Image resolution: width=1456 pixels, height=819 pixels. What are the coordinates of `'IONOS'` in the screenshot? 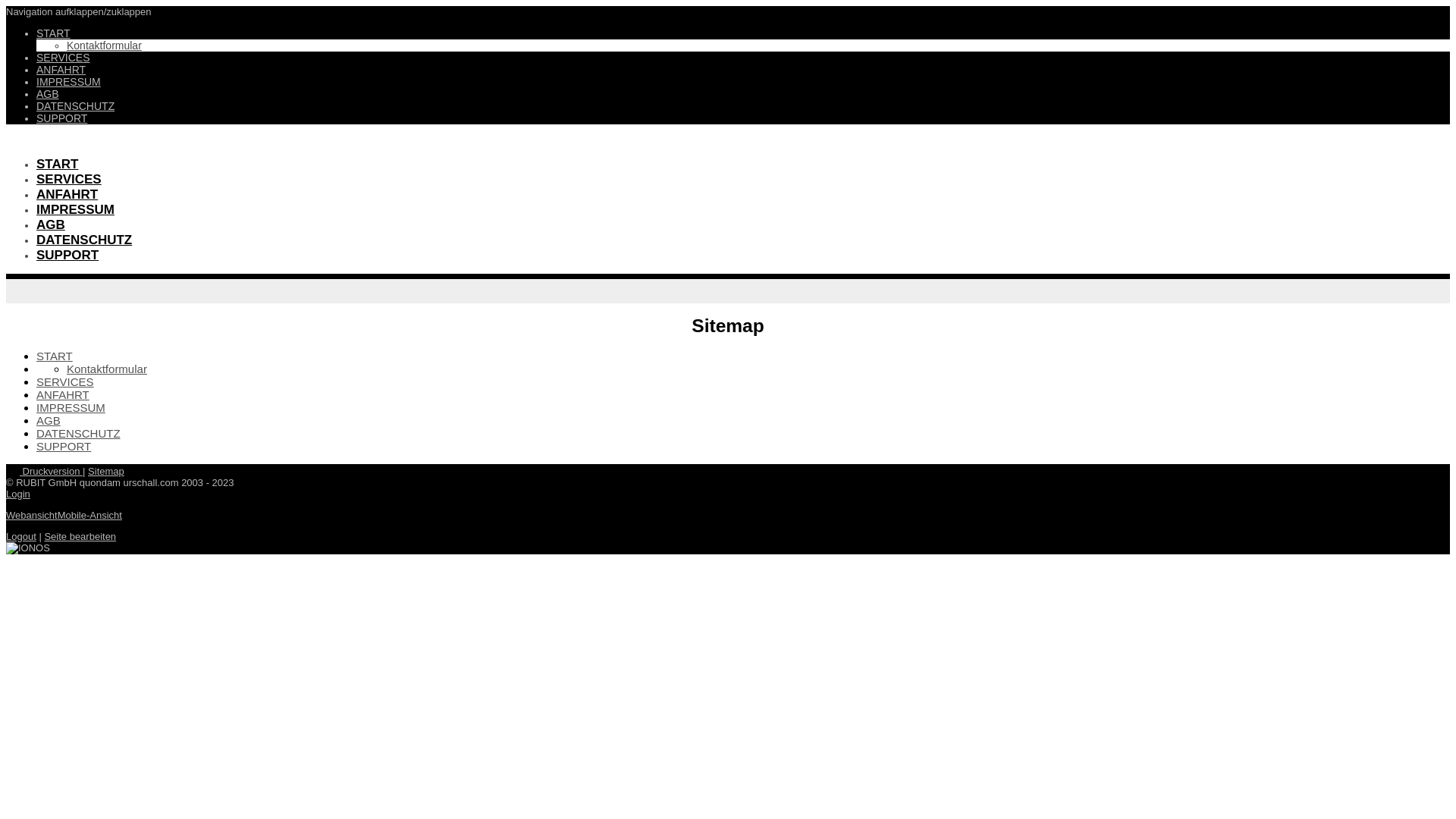 It's located at (6, 548).